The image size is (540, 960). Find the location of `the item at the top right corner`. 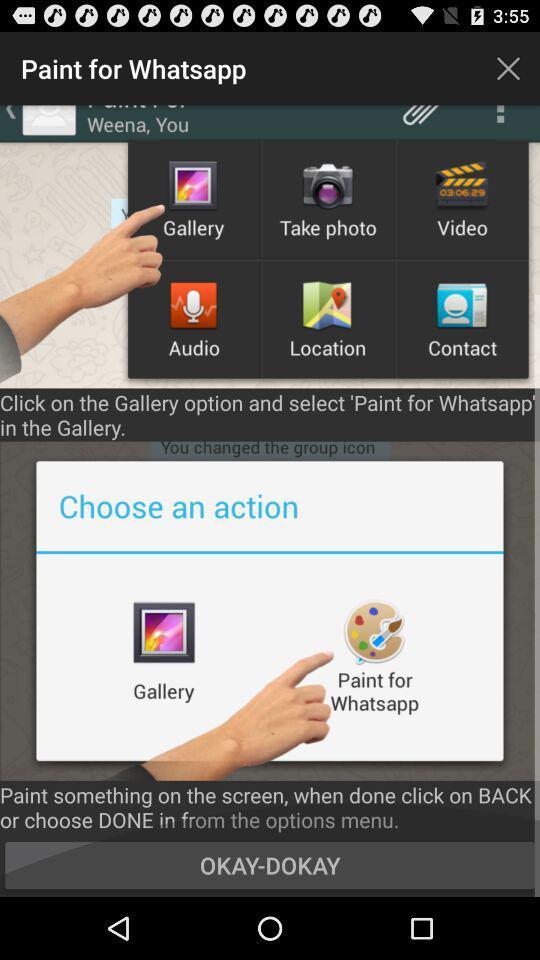

the item at the top right corner is located at coordinates (508, 68).